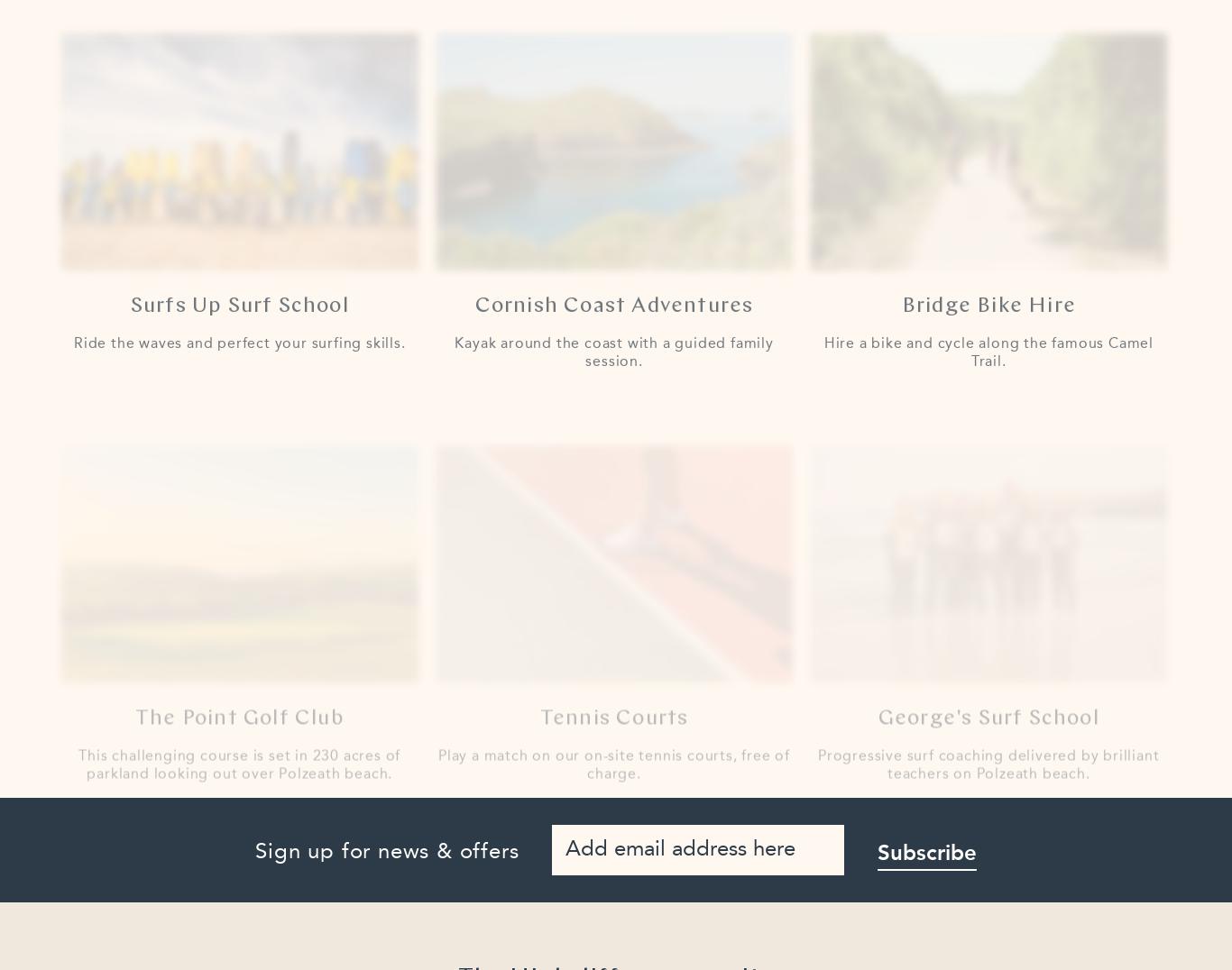  Describe the element at coordinates (612, 680) in the screenshot. I see `'Tennis Courts'` at that location.